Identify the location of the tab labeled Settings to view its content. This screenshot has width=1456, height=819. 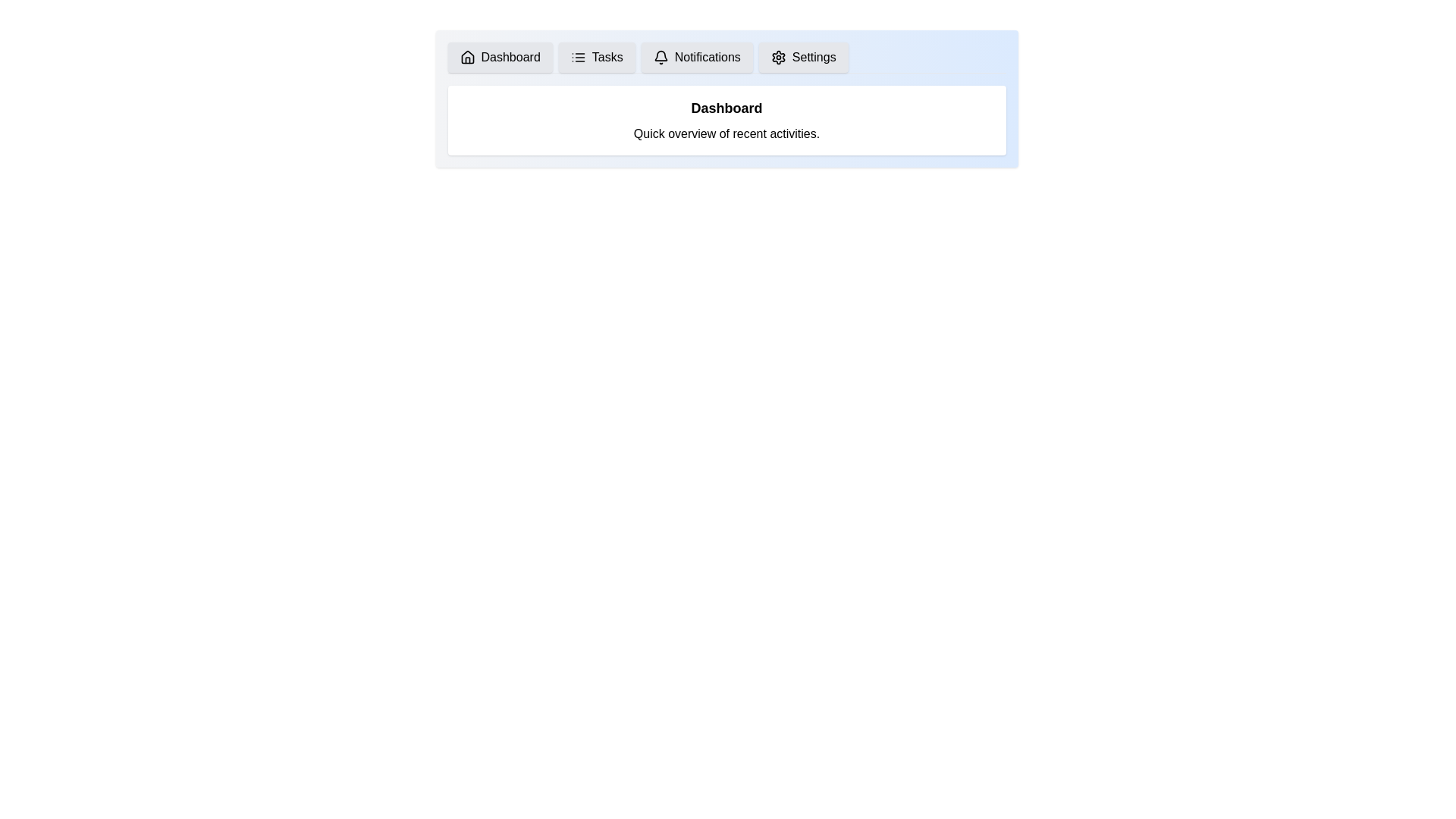
(802, 57).